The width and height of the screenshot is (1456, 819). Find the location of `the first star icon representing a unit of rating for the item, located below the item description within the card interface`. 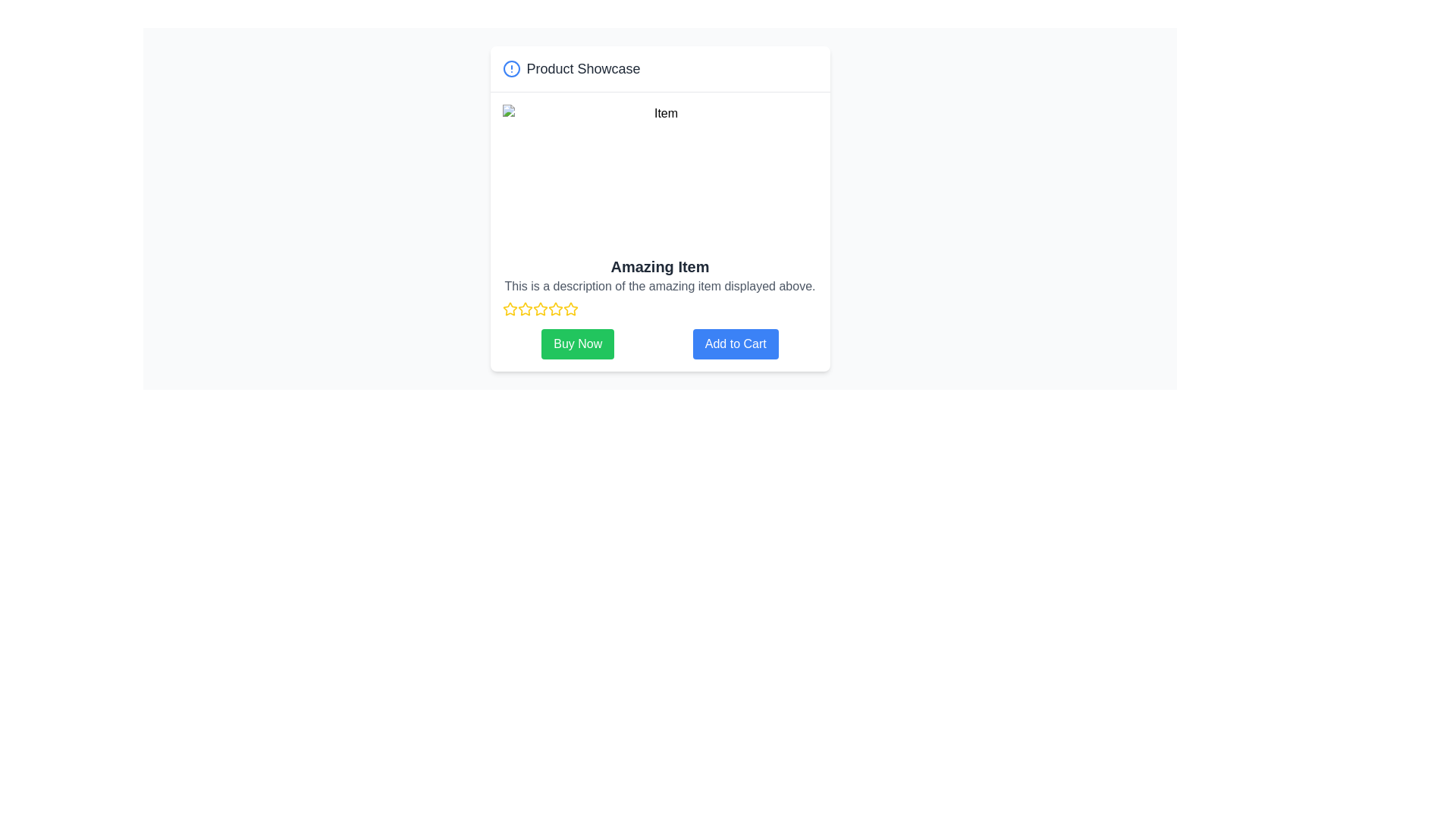

the first star icon representing a unit of rating for the item, located below the item description within the card interface is located at coordinates (510, 308).